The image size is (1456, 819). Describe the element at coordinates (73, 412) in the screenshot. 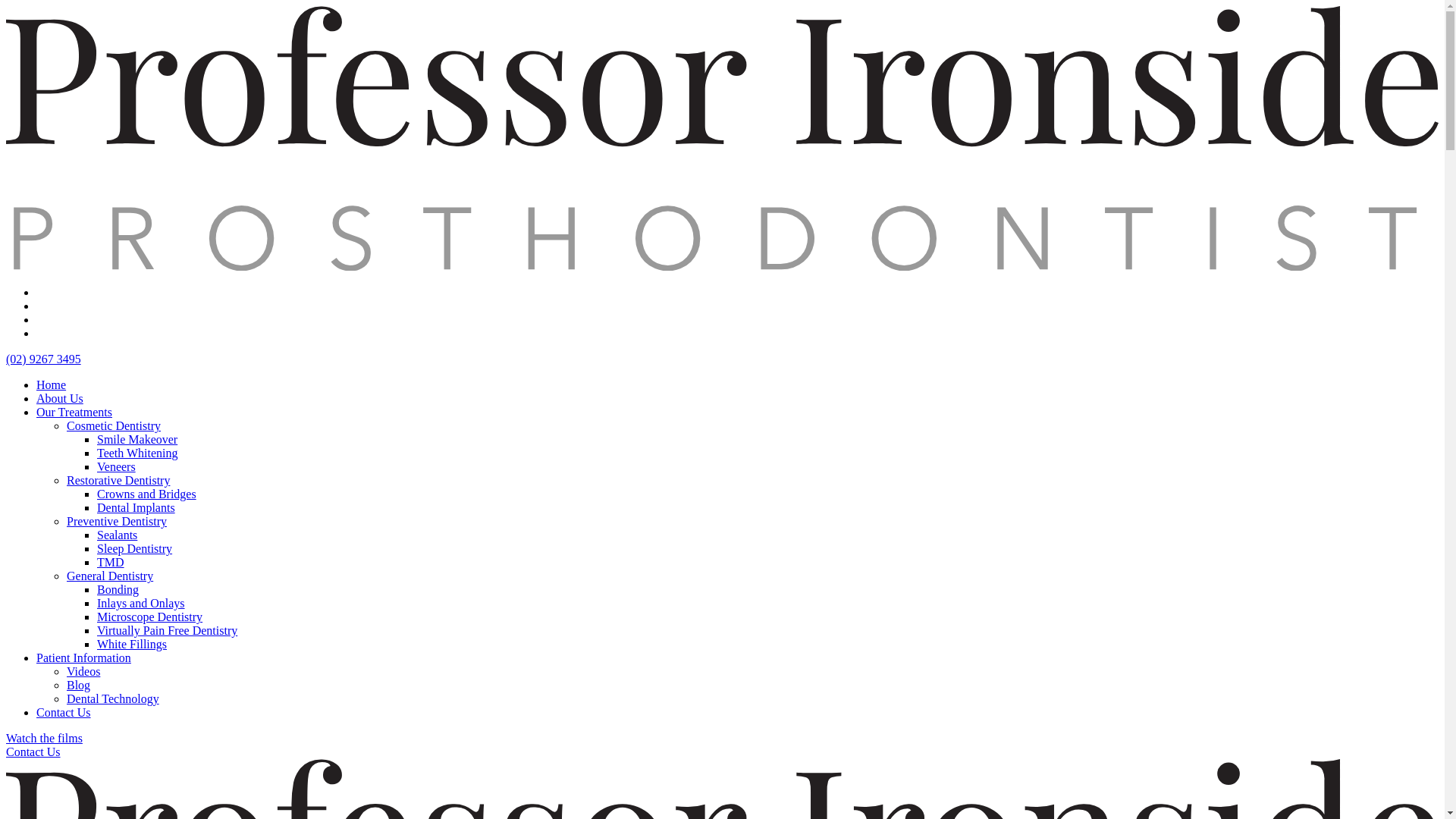

I see `'Our Treatments'` at that location.